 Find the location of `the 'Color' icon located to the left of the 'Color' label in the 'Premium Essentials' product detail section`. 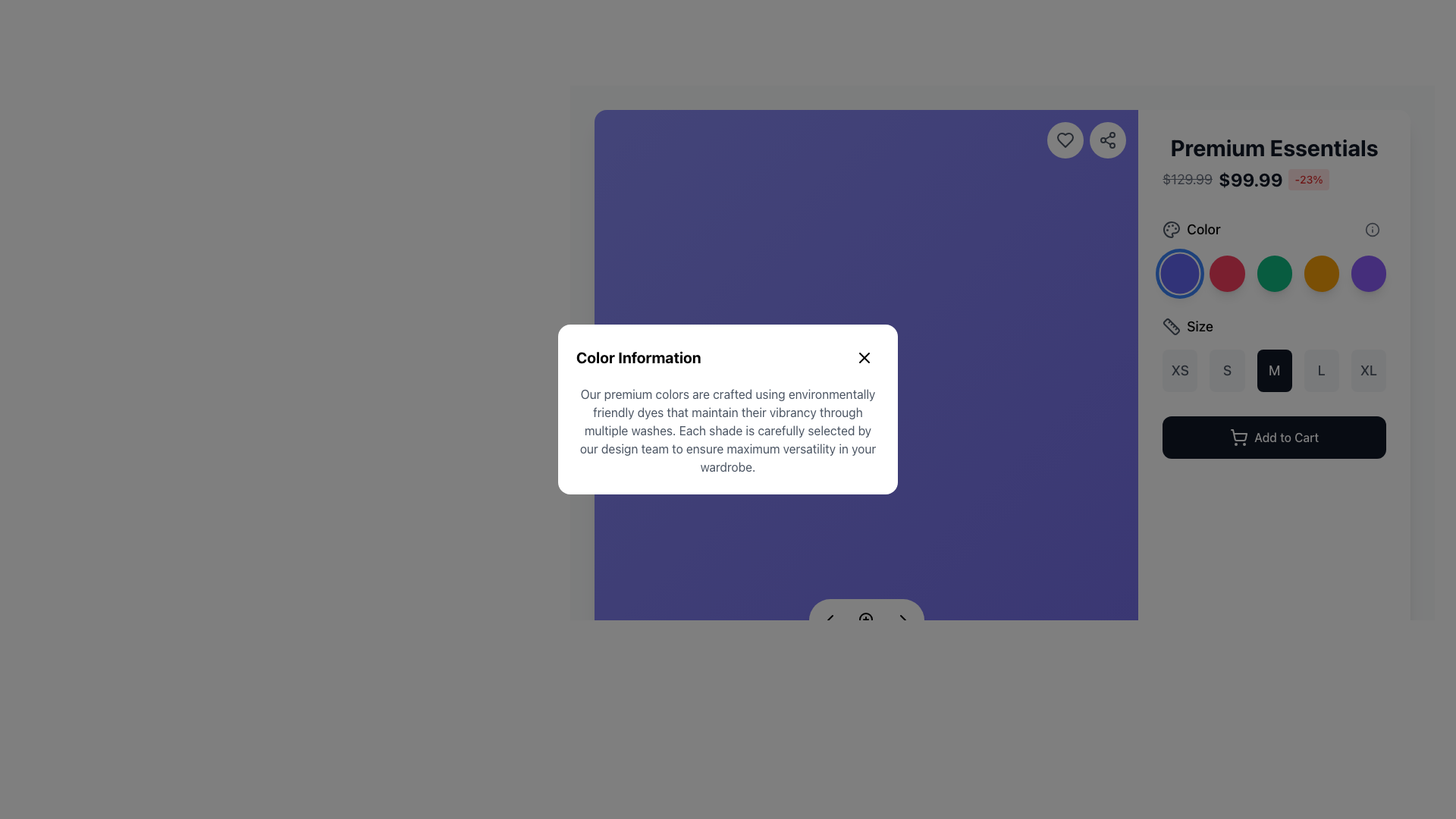

the 'Color' icon located to the left of the 'Color' label in the 'Premium Essentials' product detail section is located at coordinates (1171, 230).